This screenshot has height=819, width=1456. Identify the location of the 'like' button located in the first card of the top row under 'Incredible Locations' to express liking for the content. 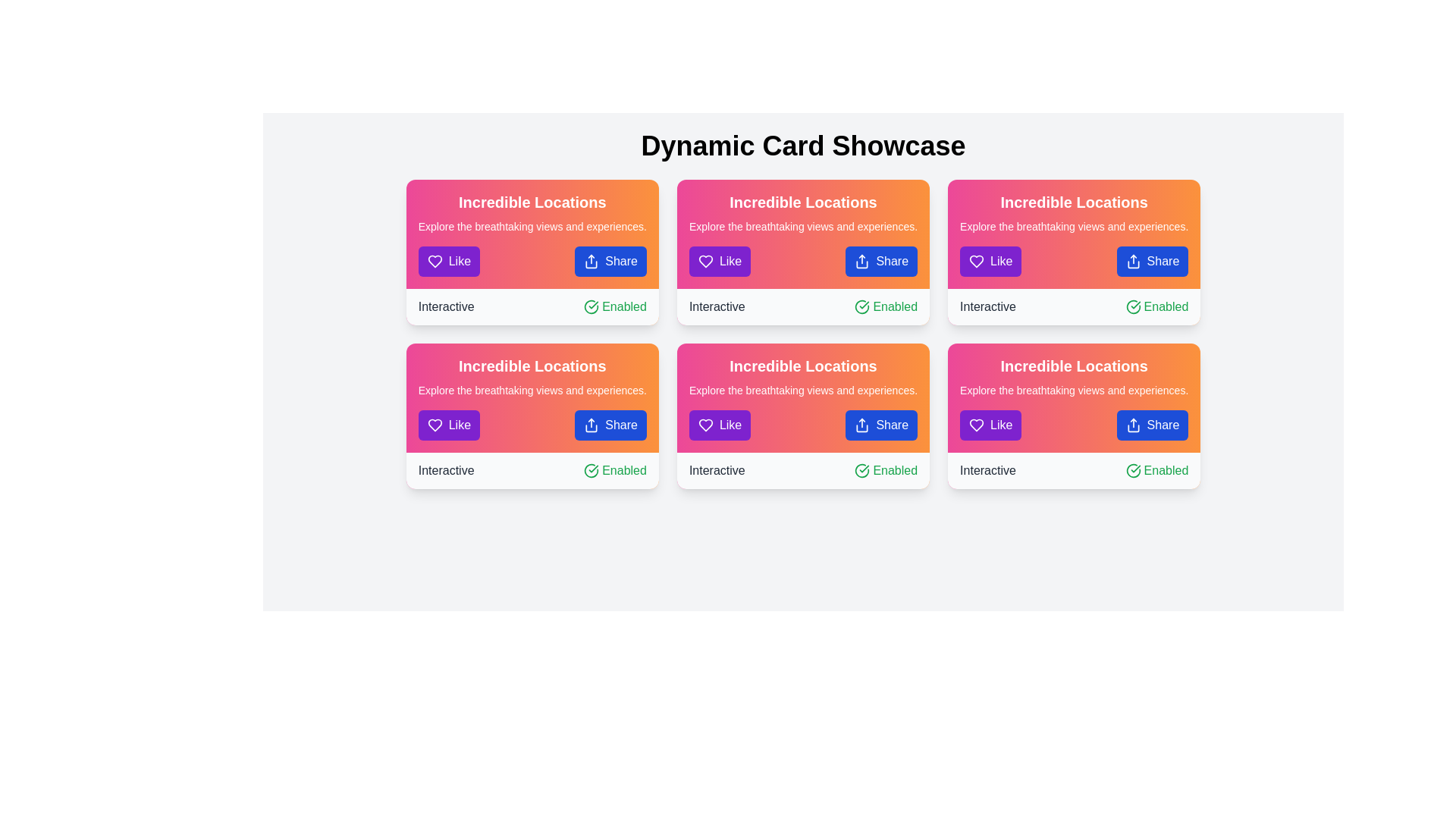
(448, 260).